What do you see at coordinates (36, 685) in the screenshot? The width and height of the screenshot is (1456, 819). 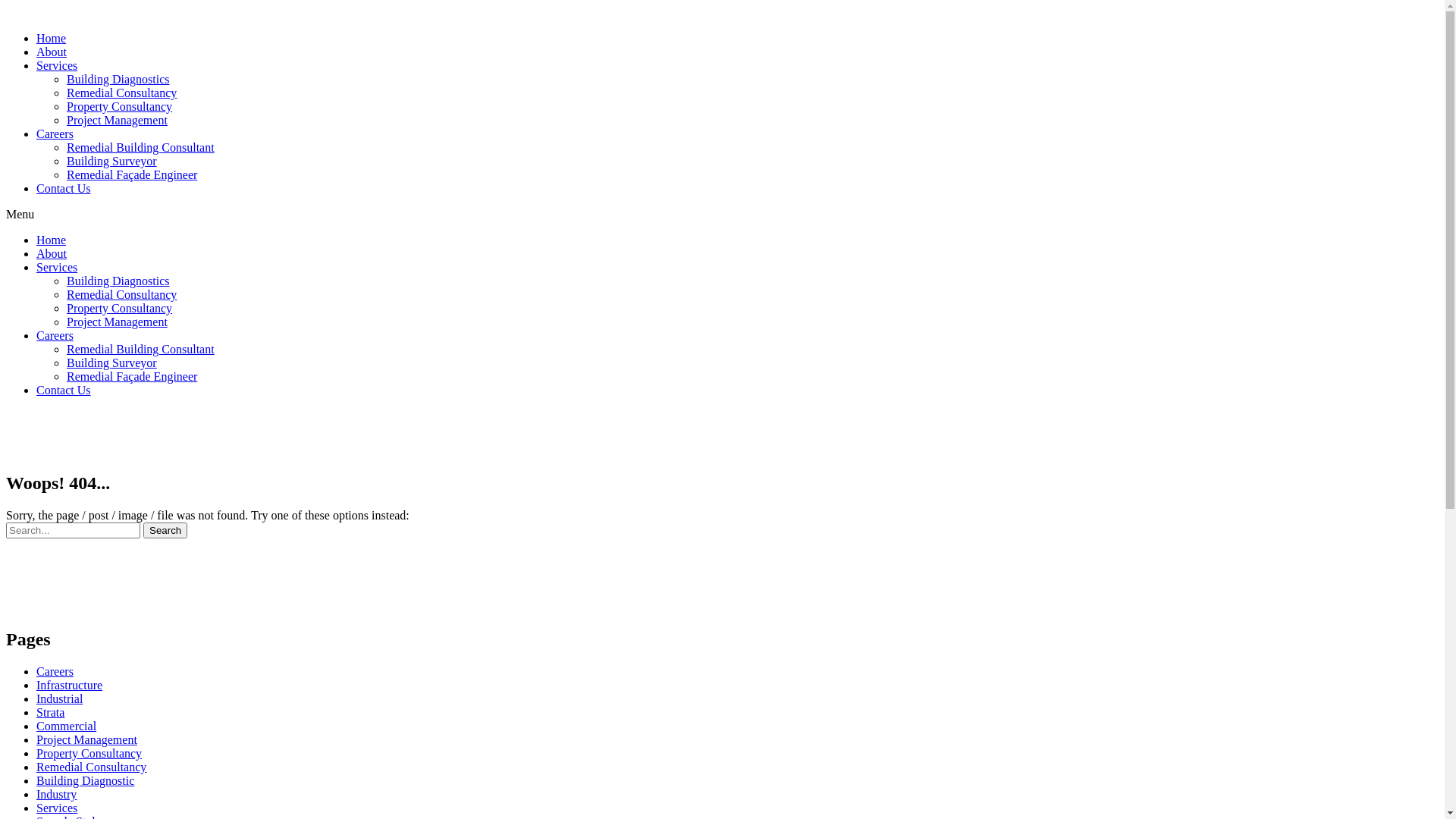 I see `'Infrastructure'` at bounding box center [36, 685].